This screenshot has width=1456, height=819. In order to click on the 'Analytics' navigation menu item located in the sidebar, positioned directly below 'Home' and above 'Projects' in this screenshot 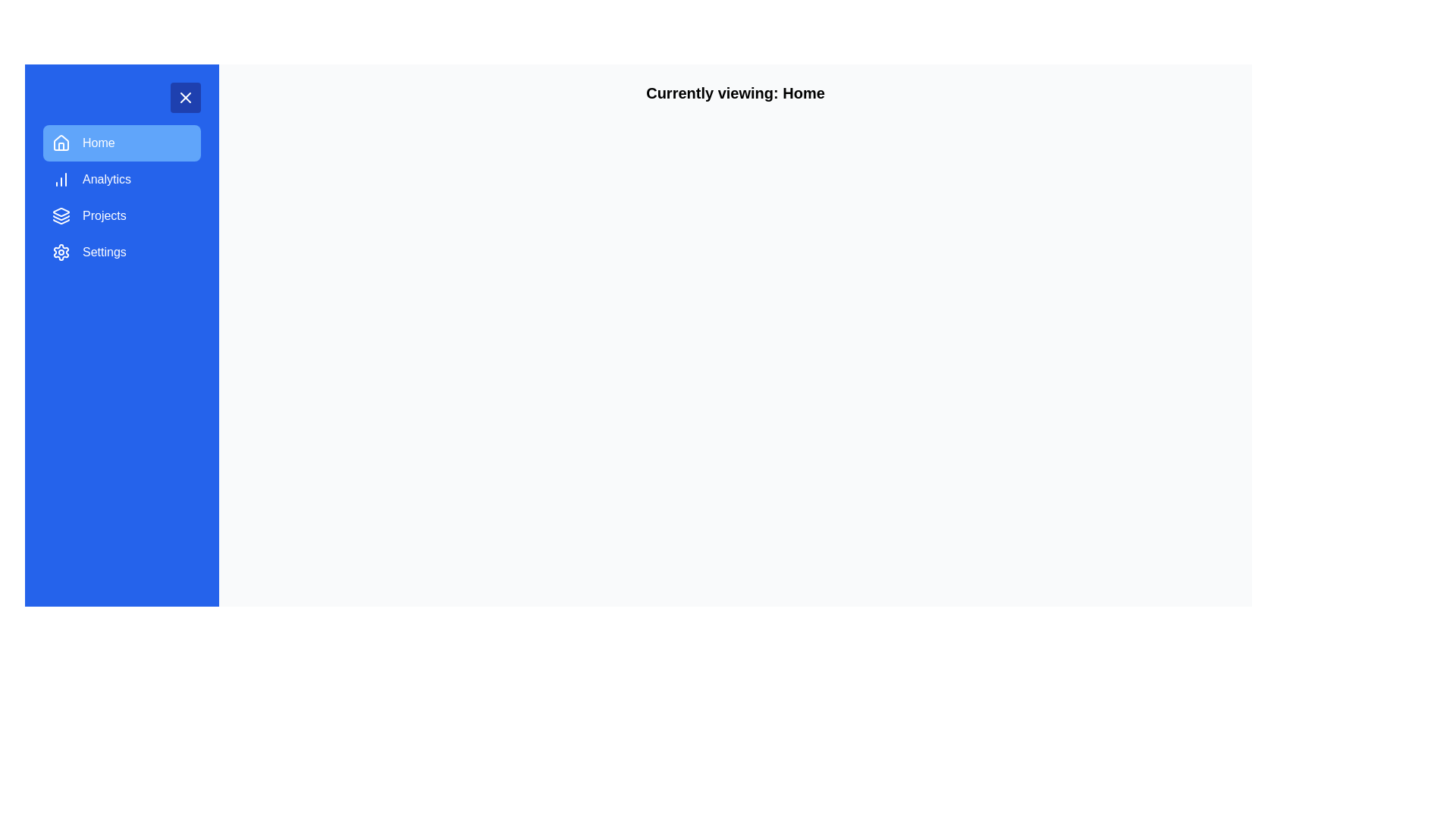, I will do `click(122, 197)`.